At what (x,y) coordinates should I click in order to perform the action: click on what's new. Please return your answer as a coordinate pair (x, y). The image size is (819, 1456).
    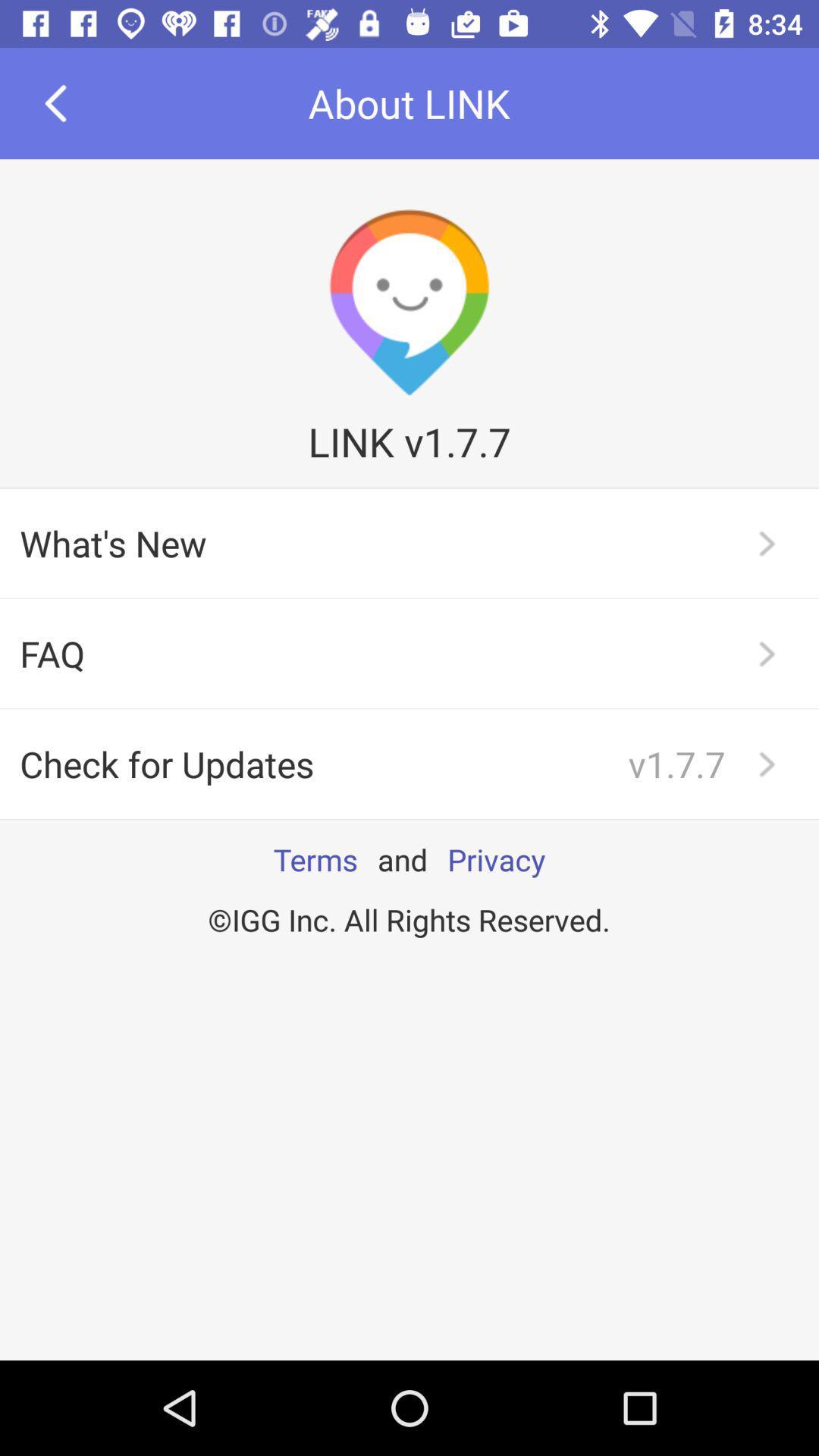
    Looking at the image, I should click on (409, 543).